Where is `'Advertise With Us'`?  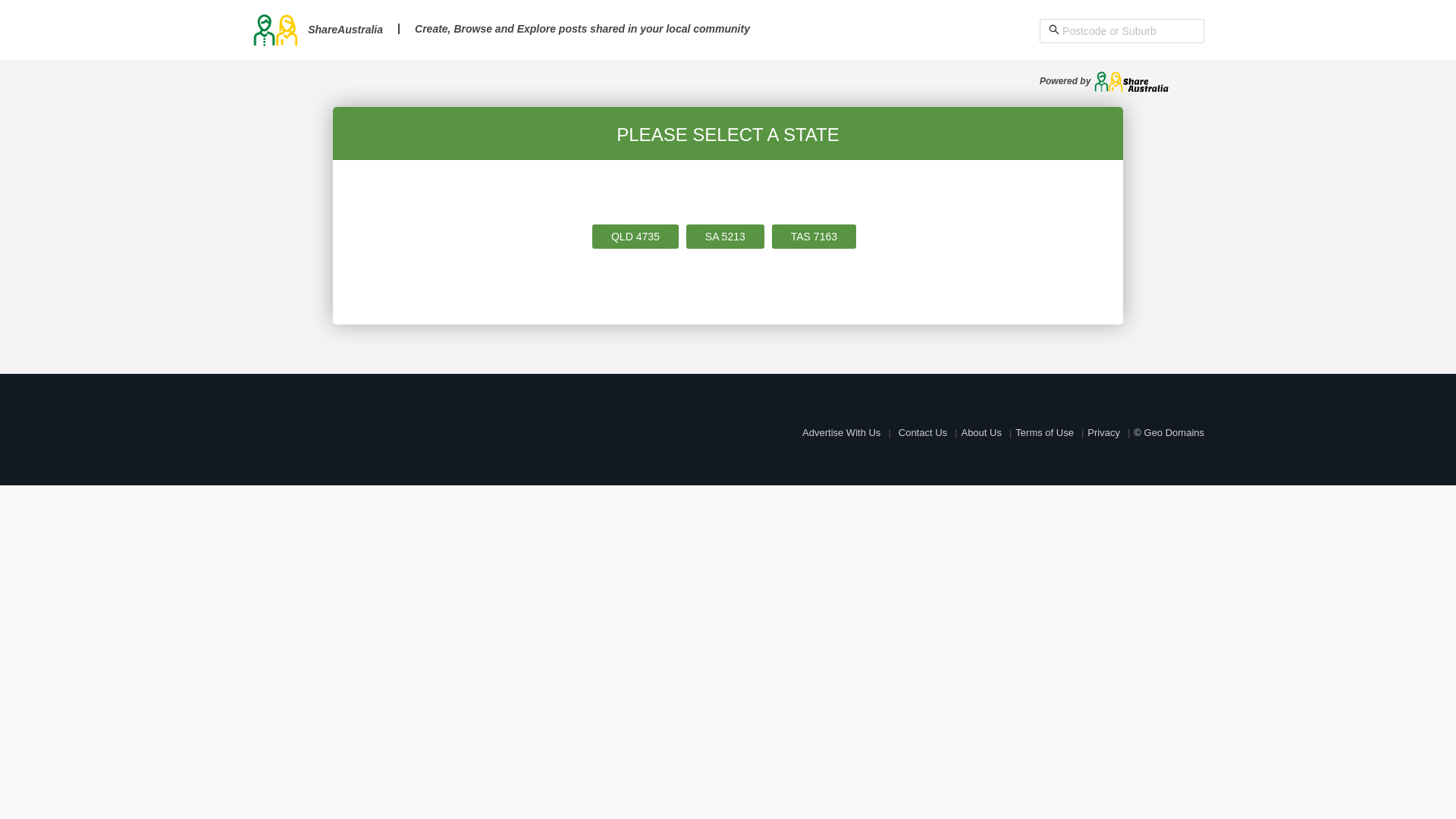
'Advertise With Us' is located at coordinates (840, 432).